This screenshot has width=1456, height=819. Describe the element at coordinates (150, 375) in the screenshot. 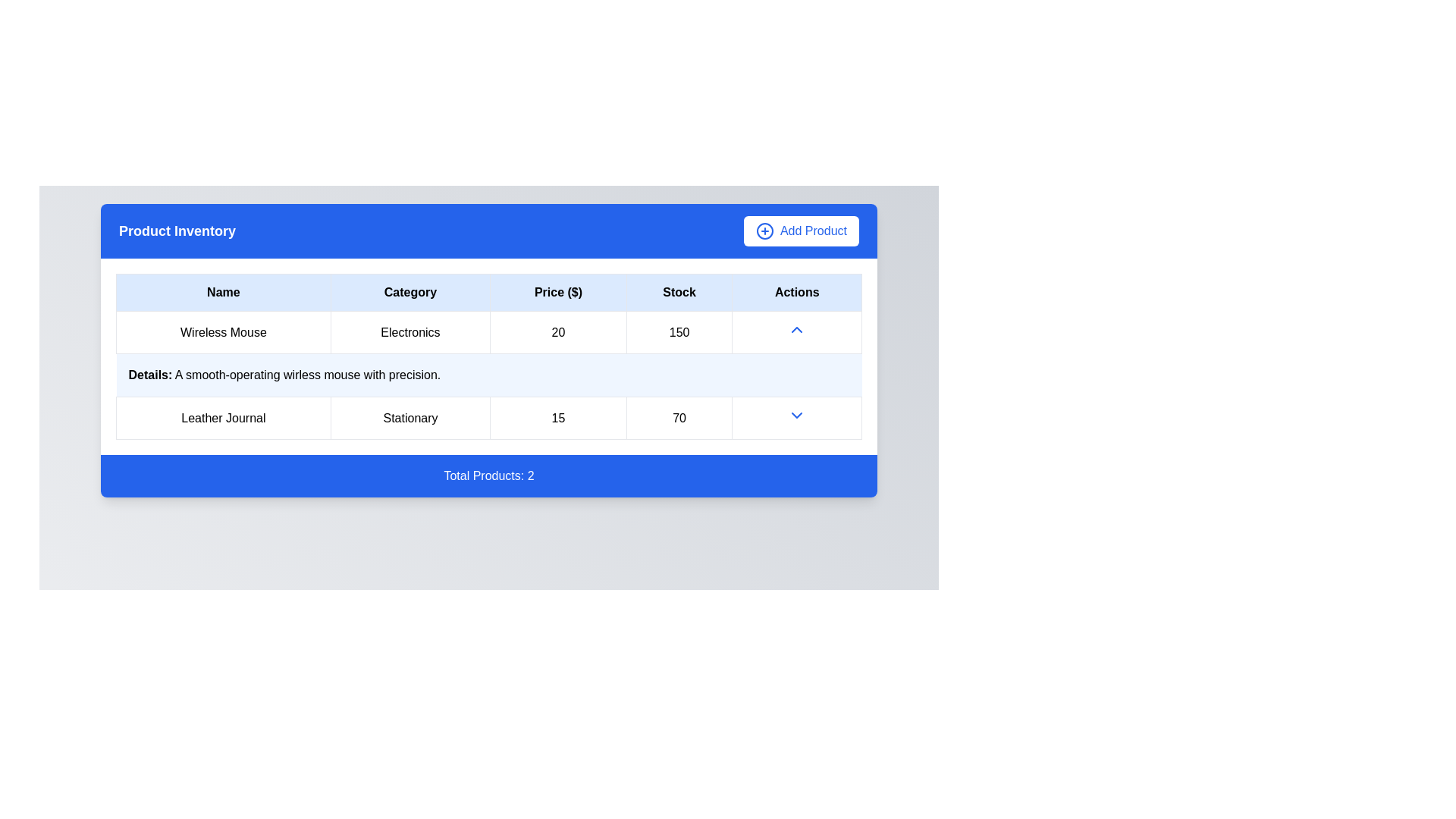

I see `the bolded text label reading 'Details:' in the detailed description cell for the 'Wireless Mouse' item in the product inventory table` at that location.